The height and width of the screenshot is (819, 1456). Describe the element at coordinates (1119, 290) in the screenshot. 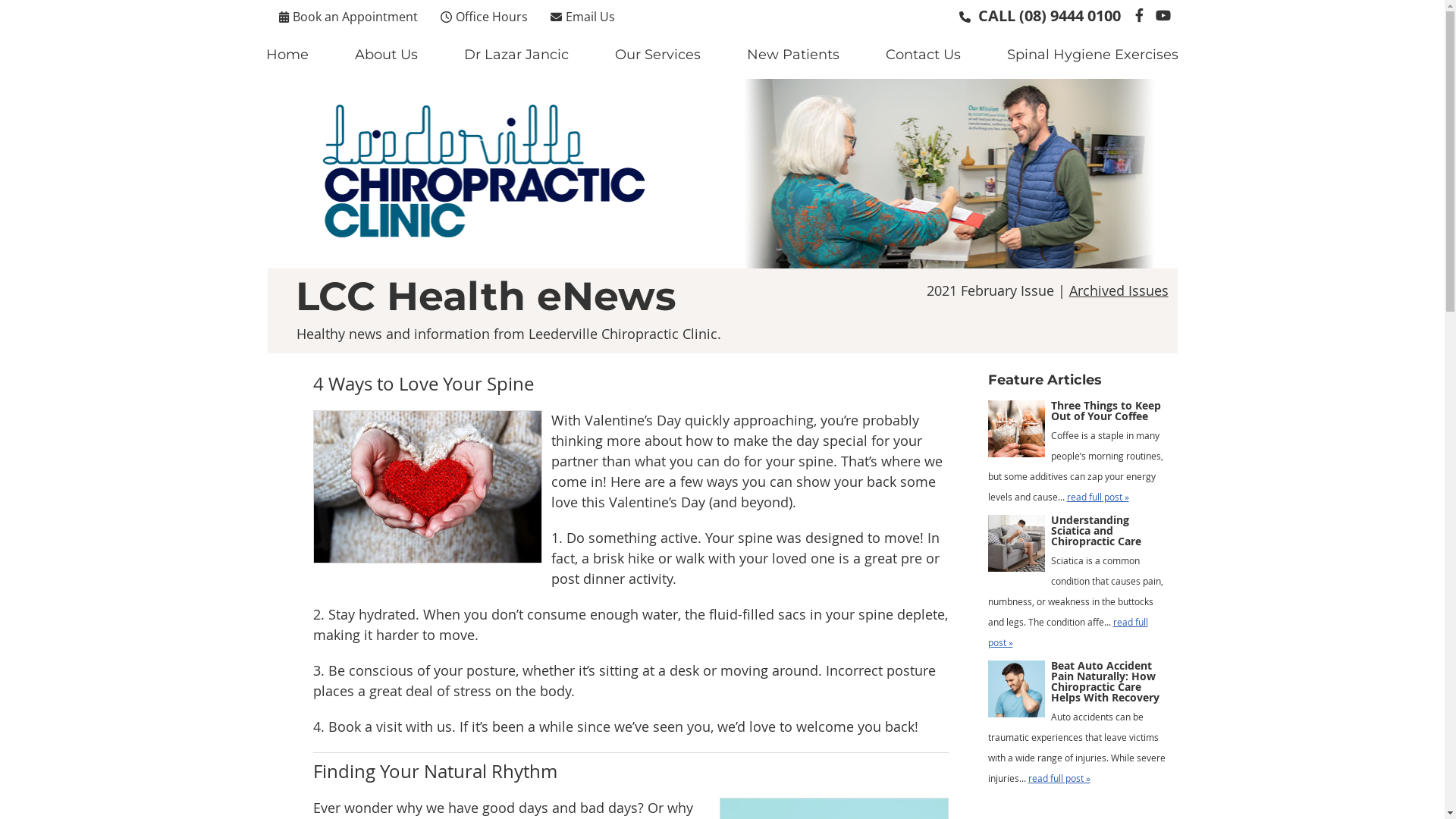

I see `'Archived Issues'` at that location.